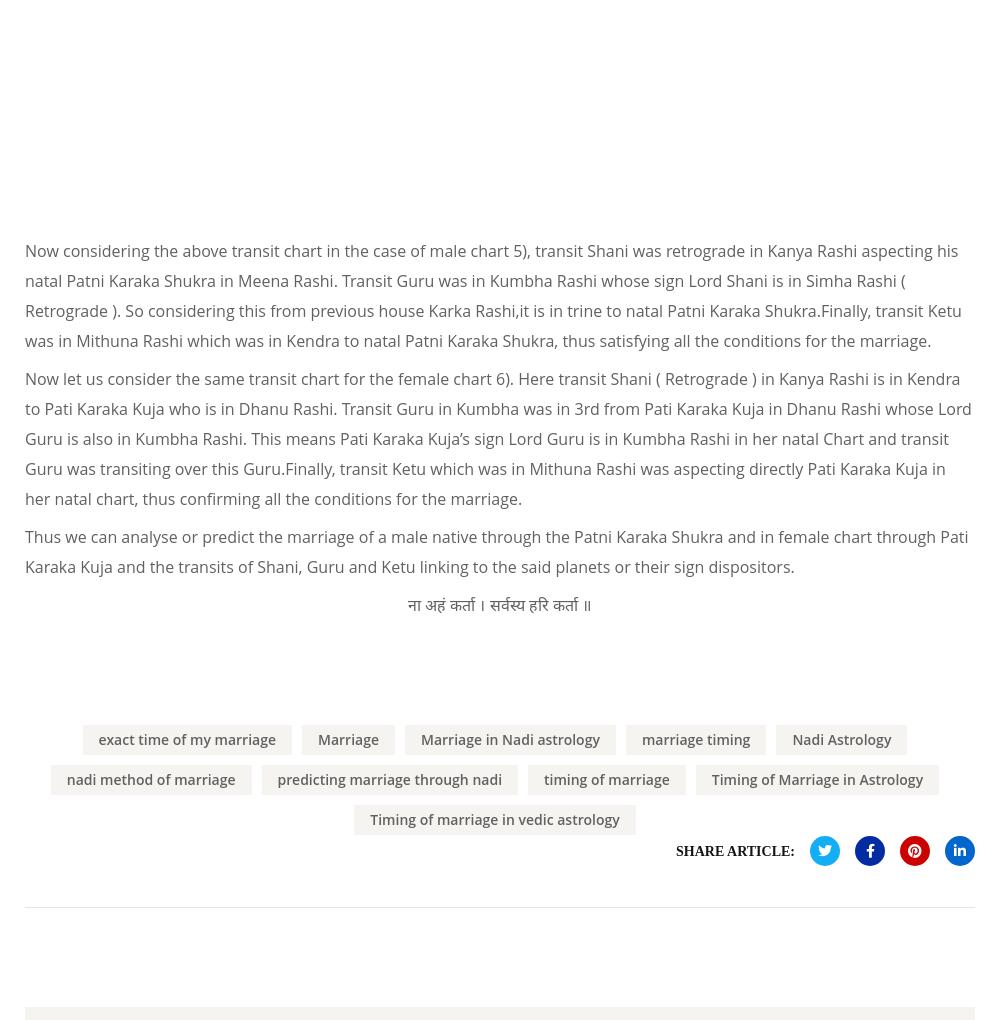  What do you see at coordinates (389, 777) in the screenshot?
I see `'predicting marriage through nadi'` at bounding box center [389, 777].